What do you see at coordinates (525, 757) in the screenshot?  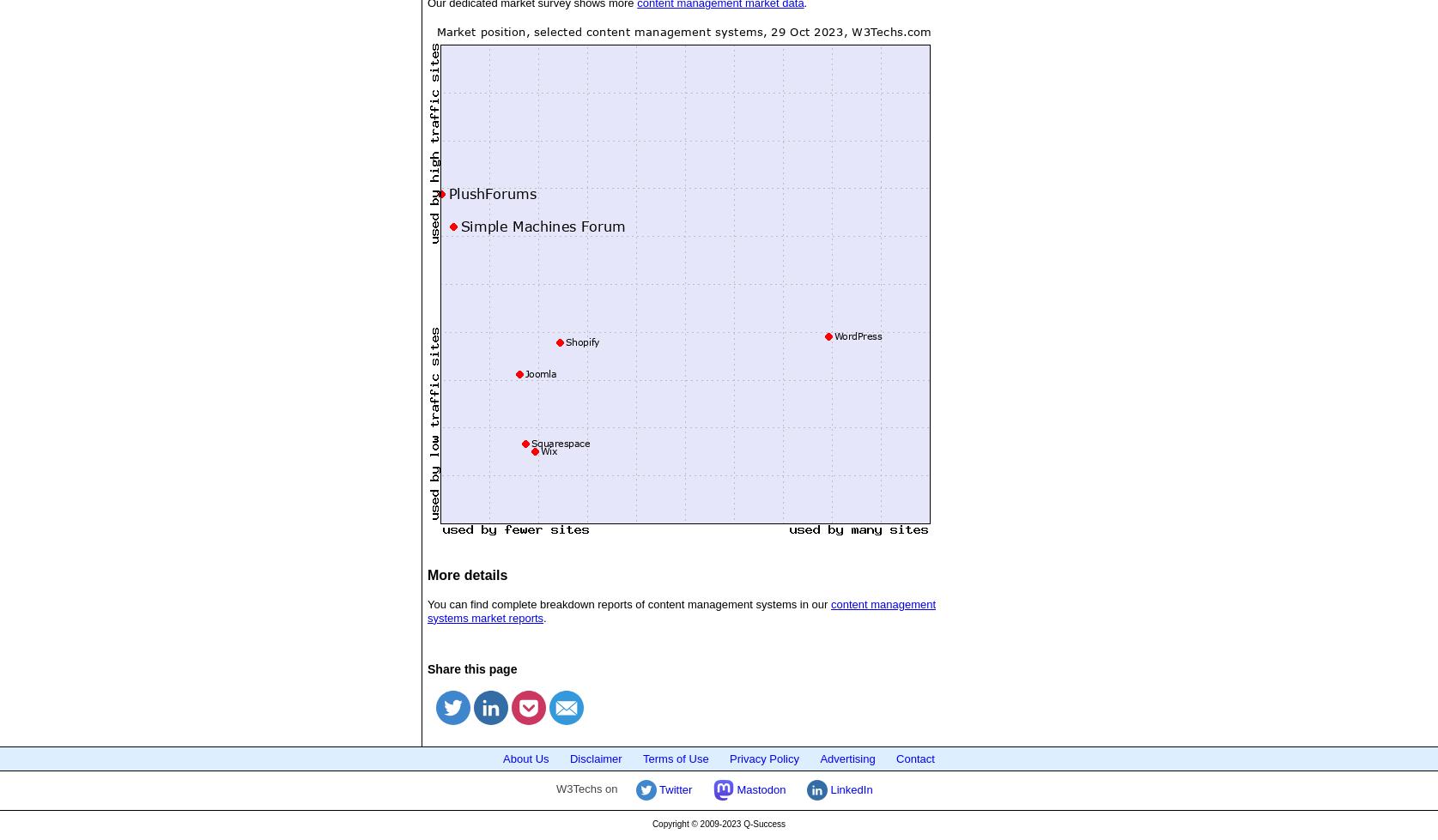 I see `'About Us'` at bounding box center [525, 757].